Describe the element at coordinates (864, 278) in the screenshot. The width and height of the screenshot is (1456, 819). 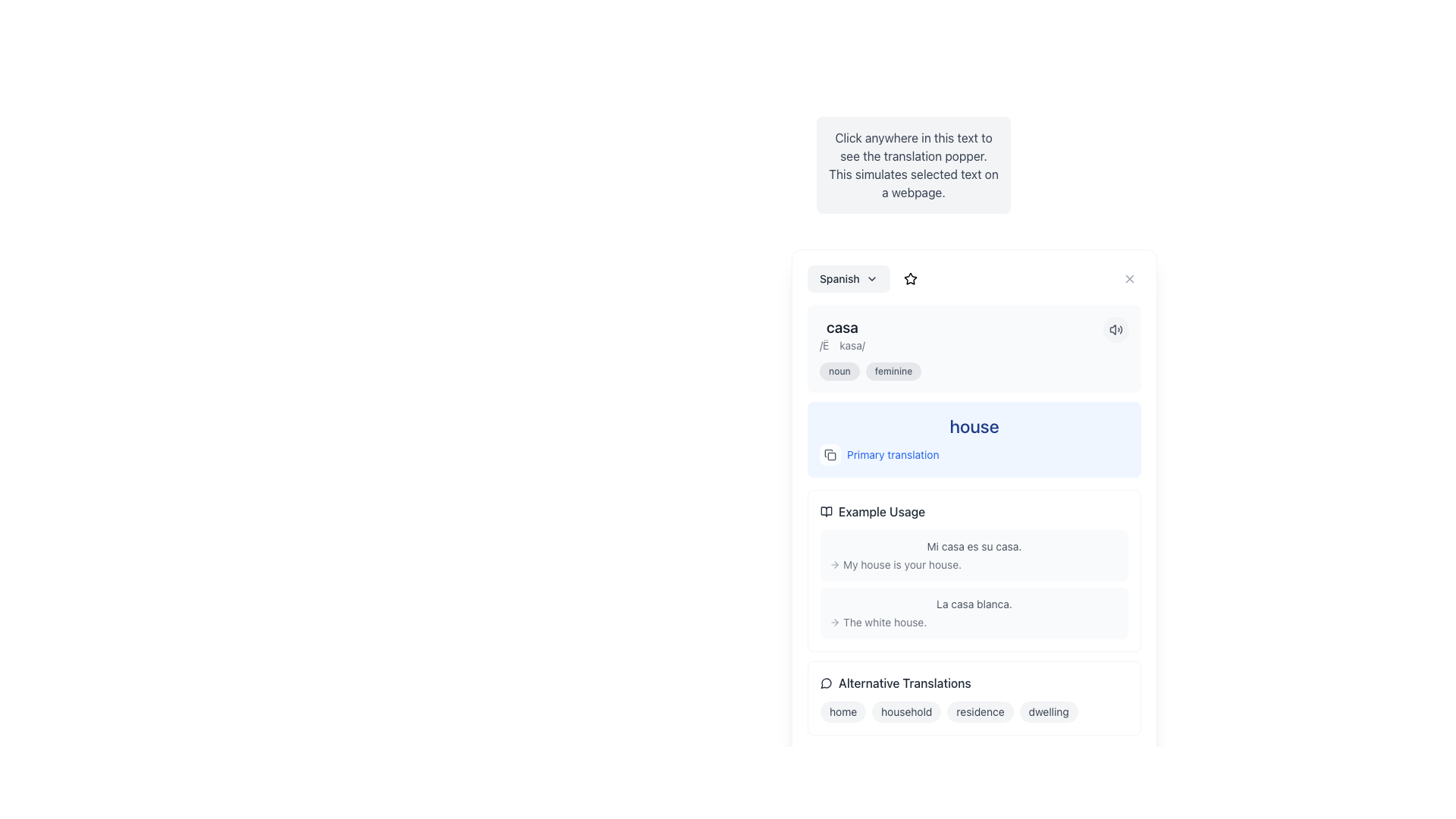
I see `the language selector text label accompanied by a chevron icon to potentially reveal tooltip information` at that location.